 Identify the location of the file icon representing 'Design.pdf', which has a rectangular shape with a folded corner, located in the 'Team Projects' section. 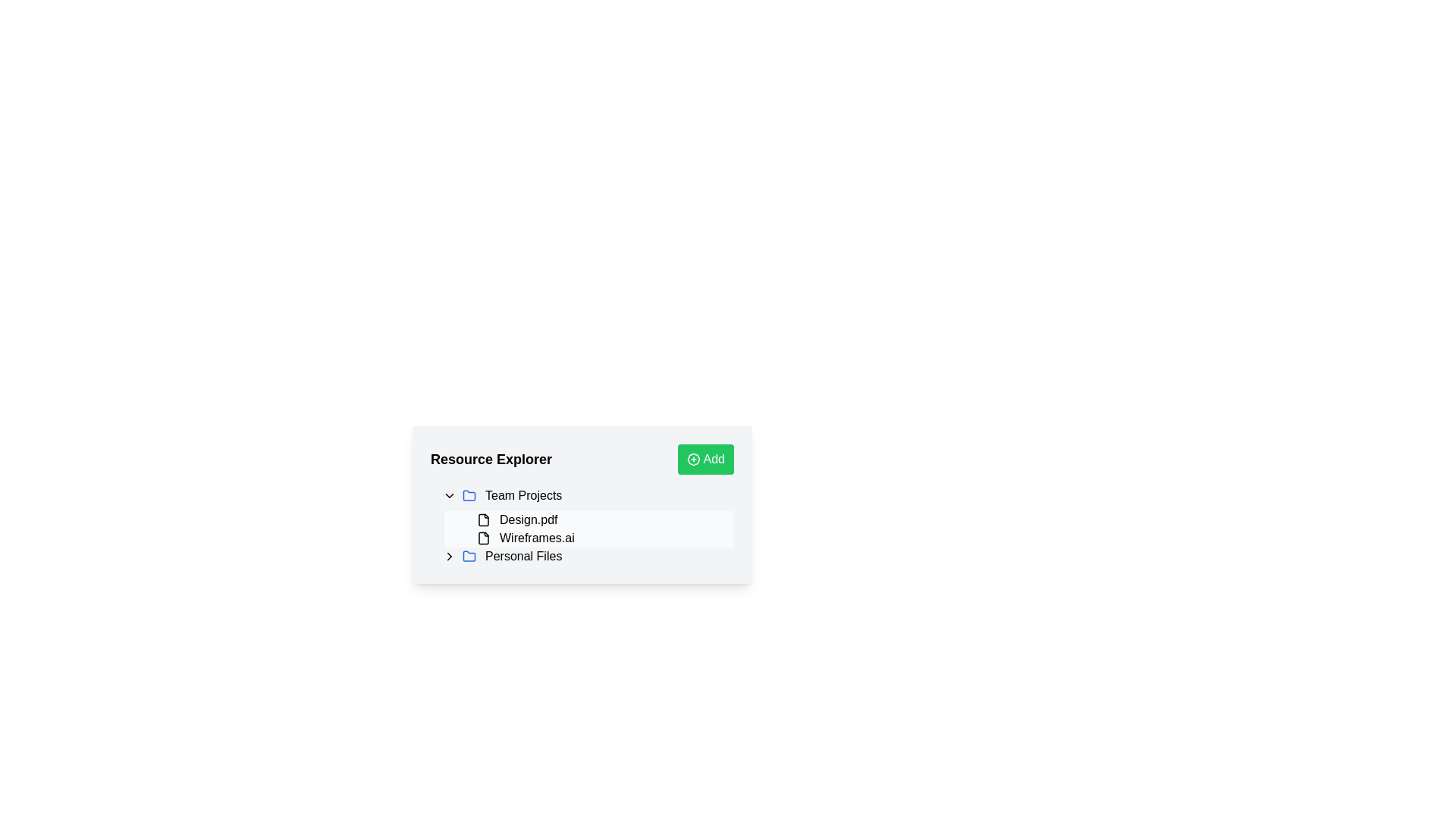
(483, 519).